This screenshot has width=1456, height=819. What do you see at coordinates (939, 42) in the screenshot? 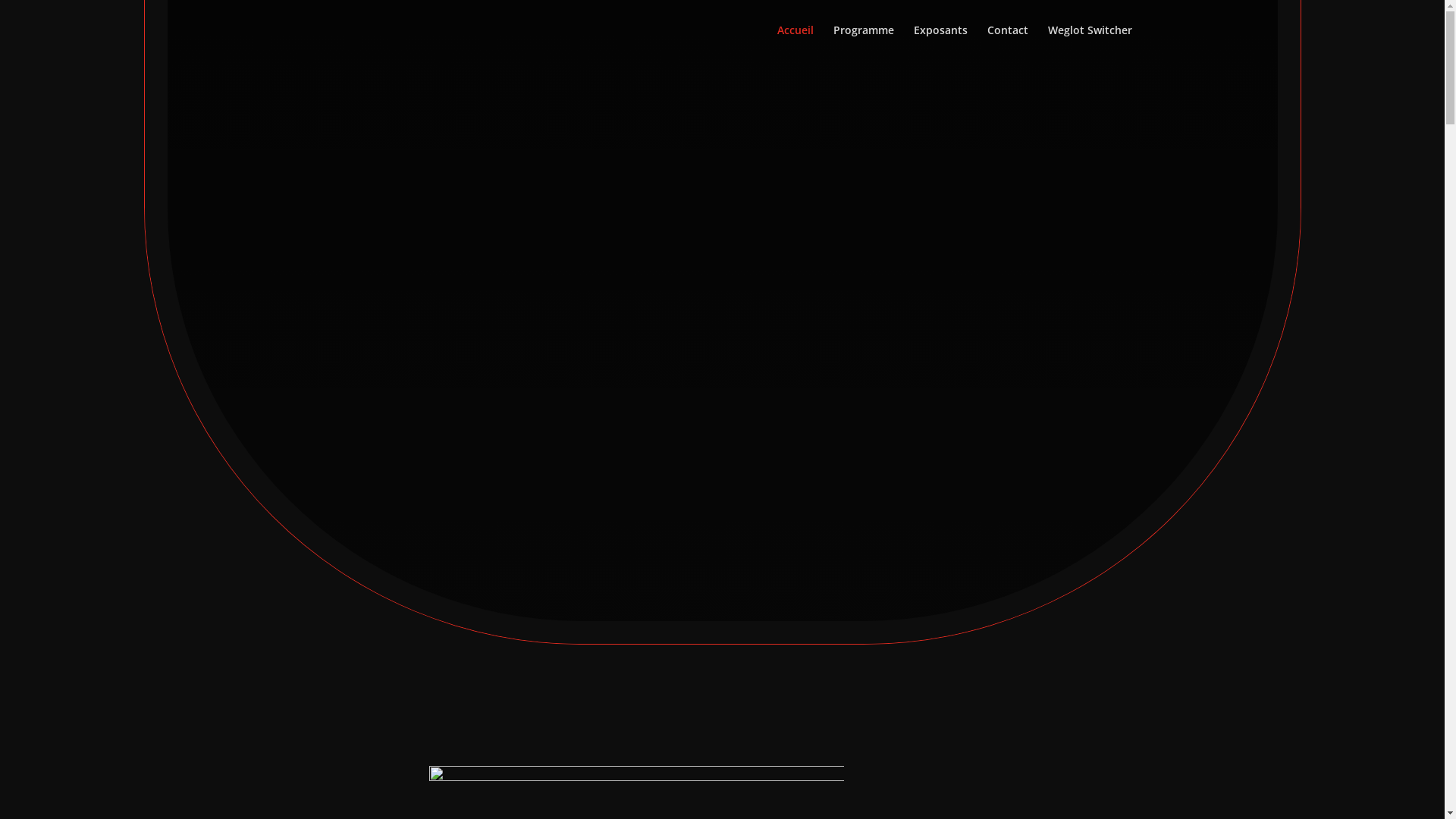
I see `'Exposants'` at bounding box center [939, 42].